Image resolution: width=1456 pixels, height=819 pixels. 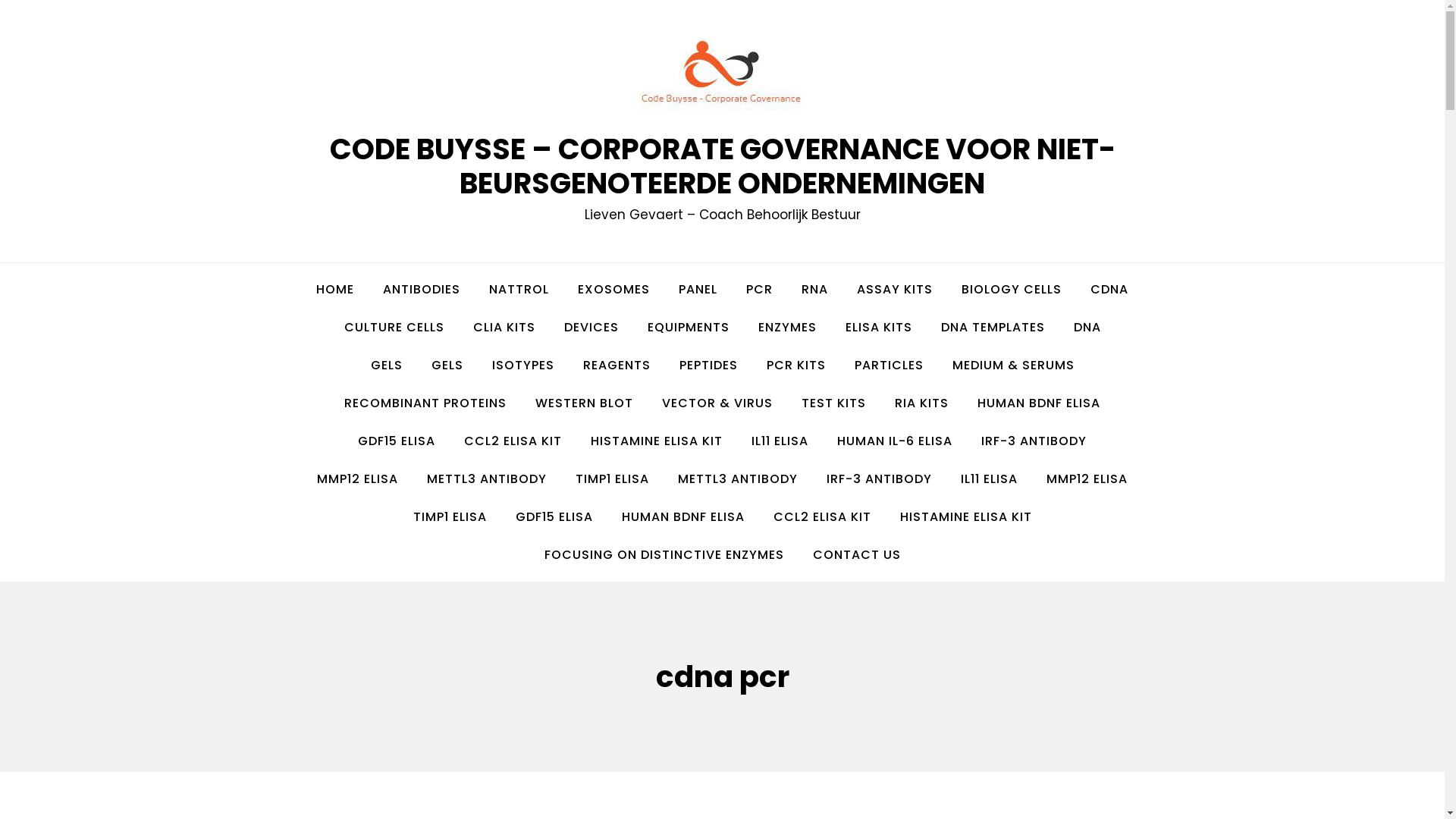 I want to click on 'EXOSOMES', so click(x=613, y=289).